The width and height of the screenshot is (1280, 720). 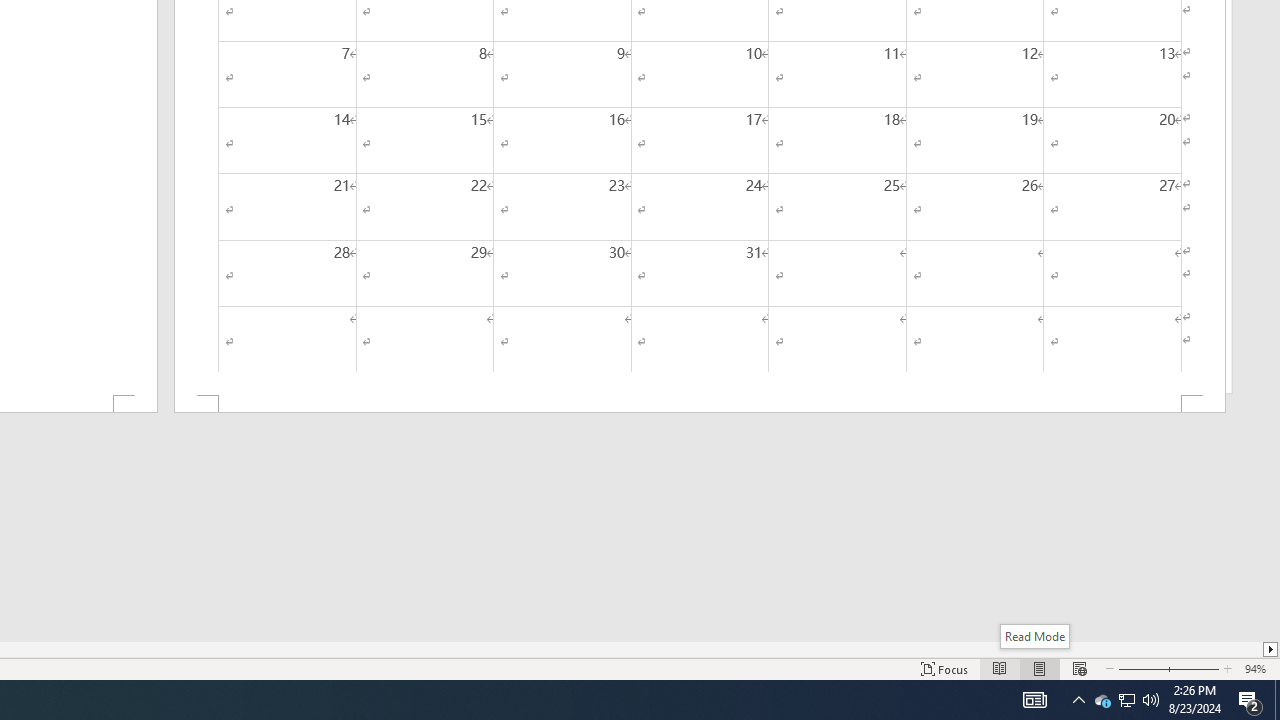 I want to click on 'Zoom In', so click(x=1193, y=669).